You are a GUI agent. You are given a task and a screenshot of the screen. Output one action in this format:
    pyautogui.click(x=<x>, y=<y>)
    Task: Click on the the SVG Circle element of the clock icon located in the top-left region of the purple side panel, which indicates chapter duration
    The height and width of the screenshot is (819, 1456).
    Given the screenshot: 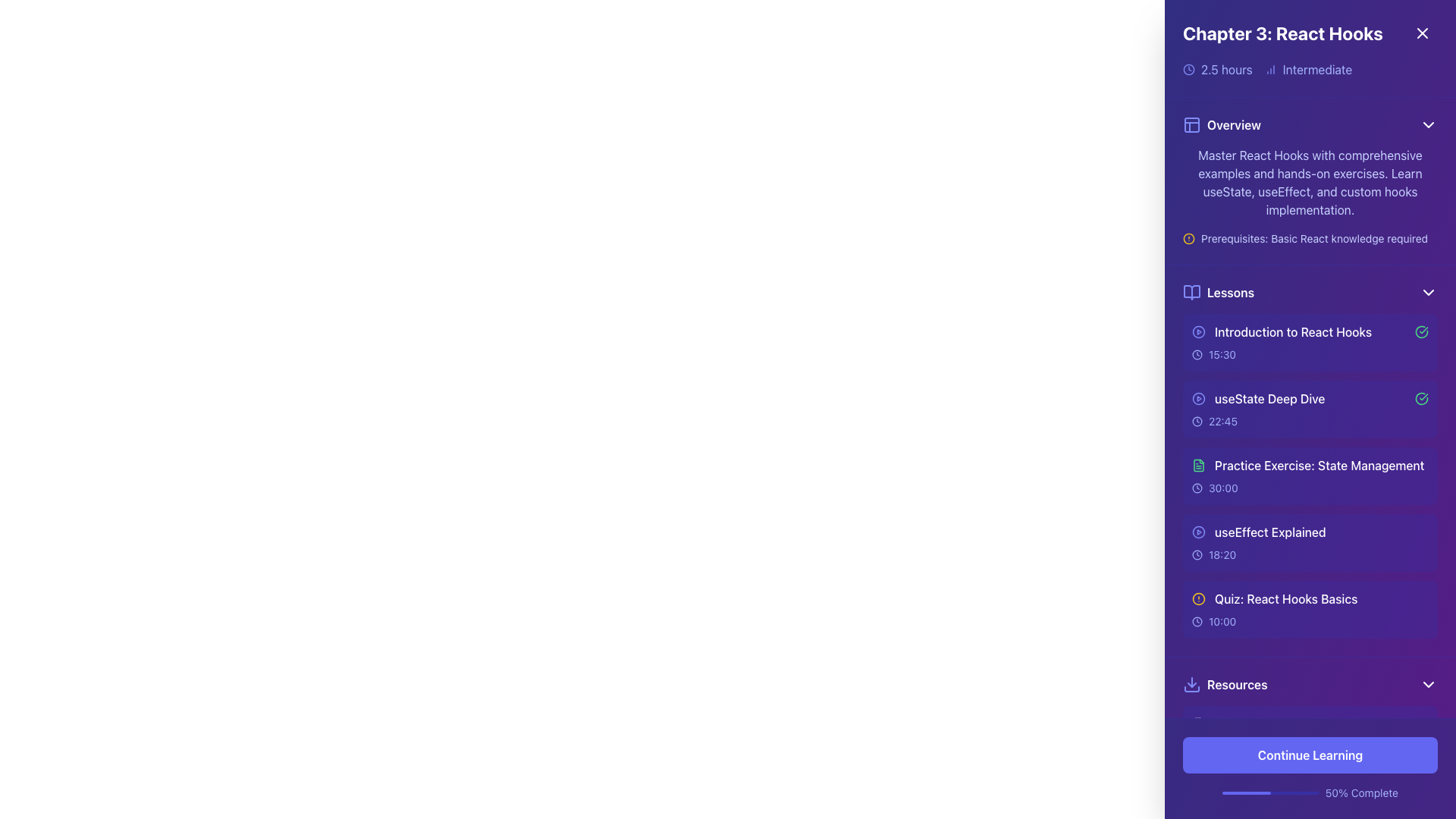 What is the action you would take?
    pyautogui.click(x=1188, y=70)
    